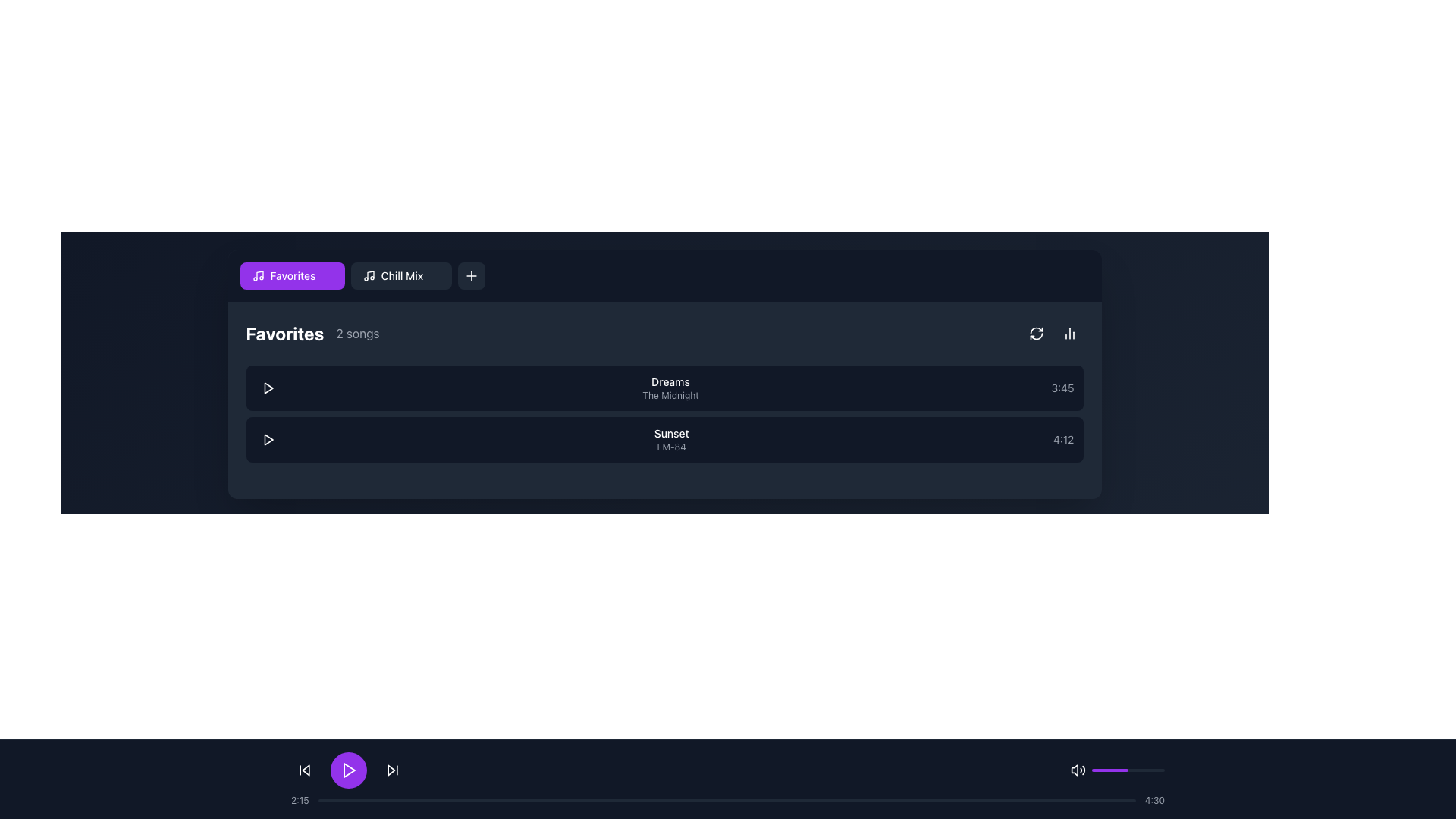 Image resolution: width=1456 pixels, height=819 pixels. What do you see at coordinates (728, 780) in the screenshot?
I see `the progress bar for audio playback located at the bottom of the interface to seek to a different point in the track` at bounding box center [728, 780].